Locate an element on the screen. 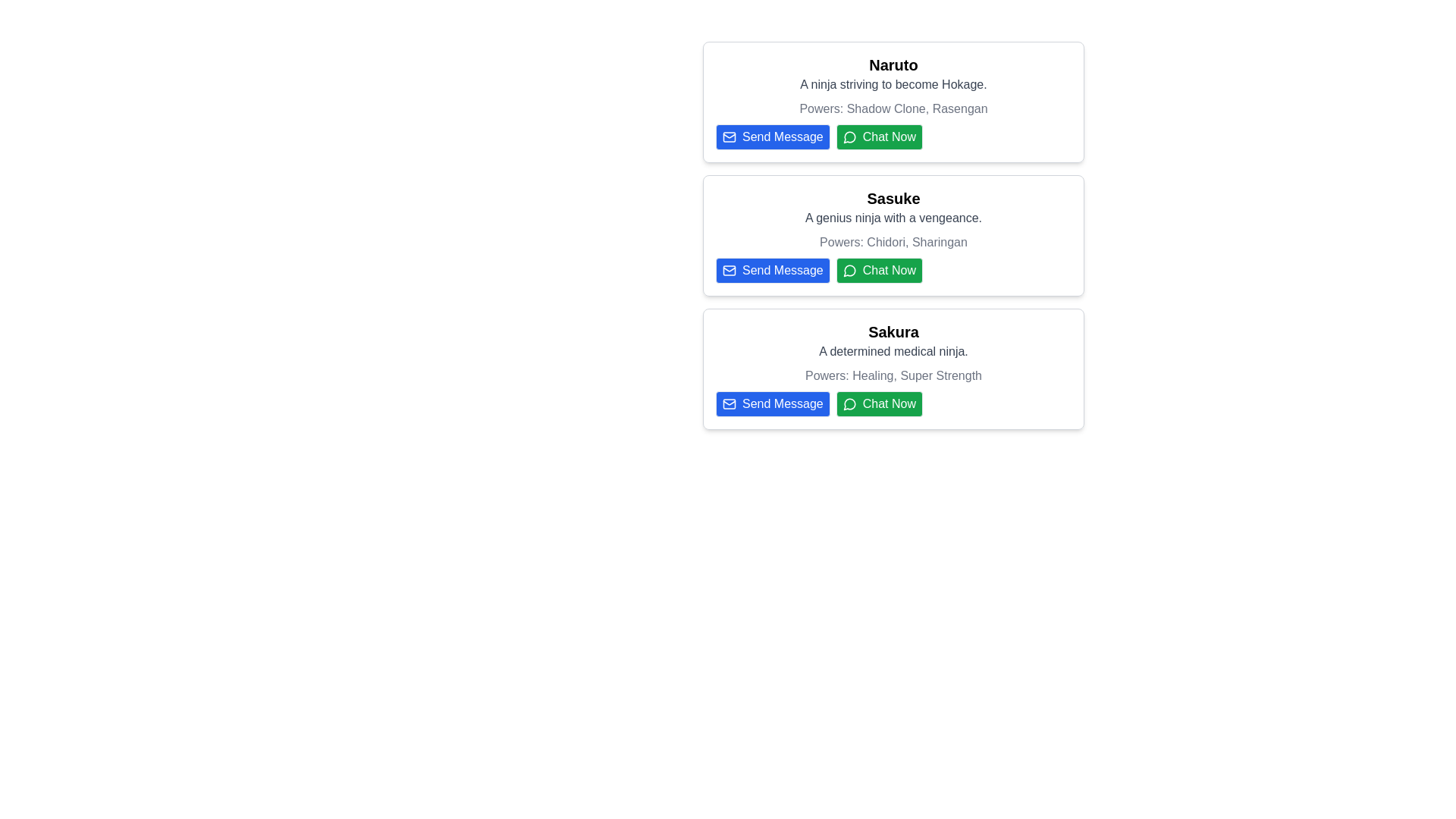  the chat button located in the bottom-right section of the Sasuke user card to initiate a chat conversation is located at coordinates (879, 270).